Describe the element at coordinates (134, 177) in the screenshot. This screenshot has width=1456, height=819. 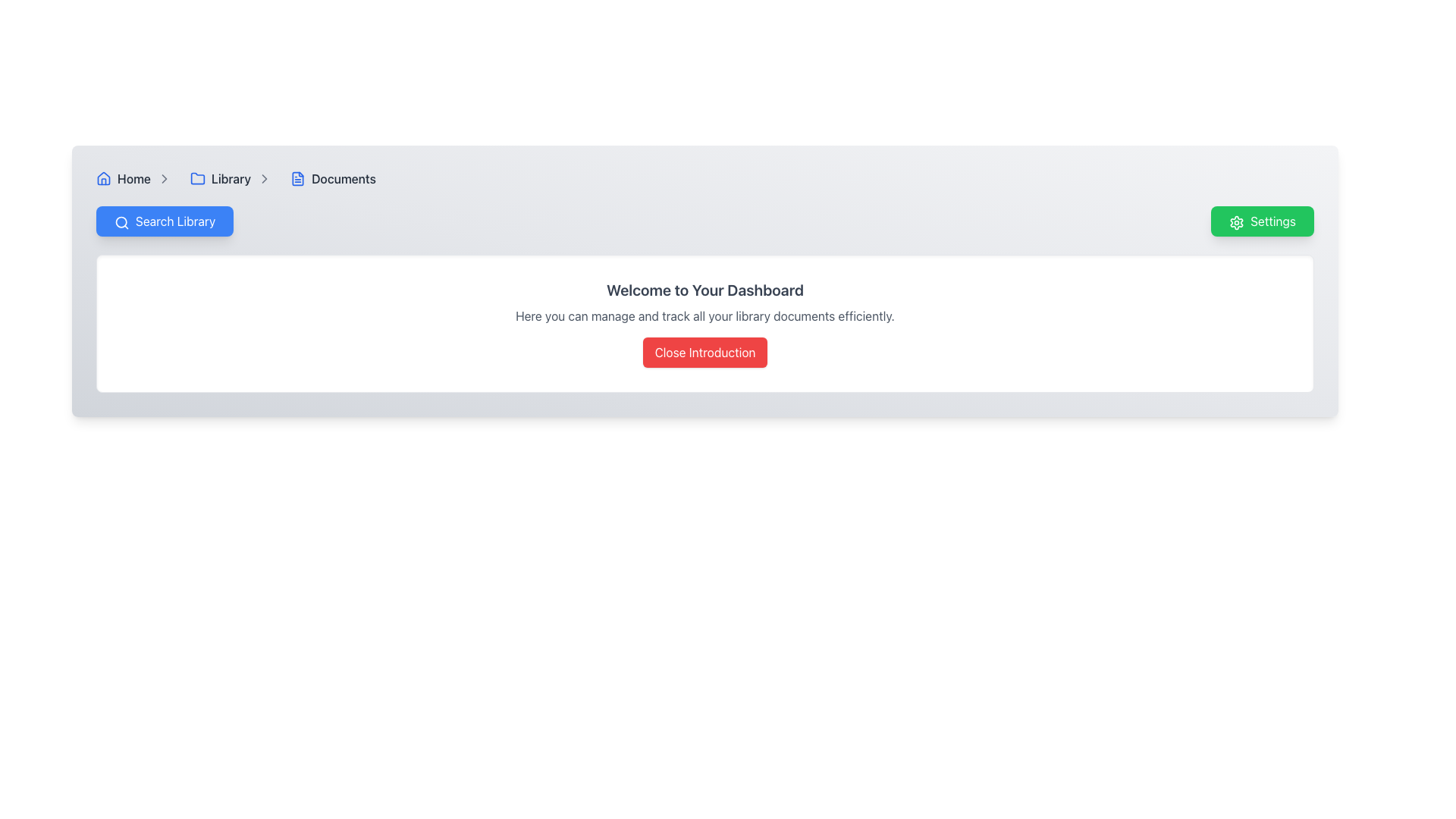
I see `the 'Home' text link in the breadcrumb navigation bar to change its color from gray to blue, indicating interactivity` at that location.